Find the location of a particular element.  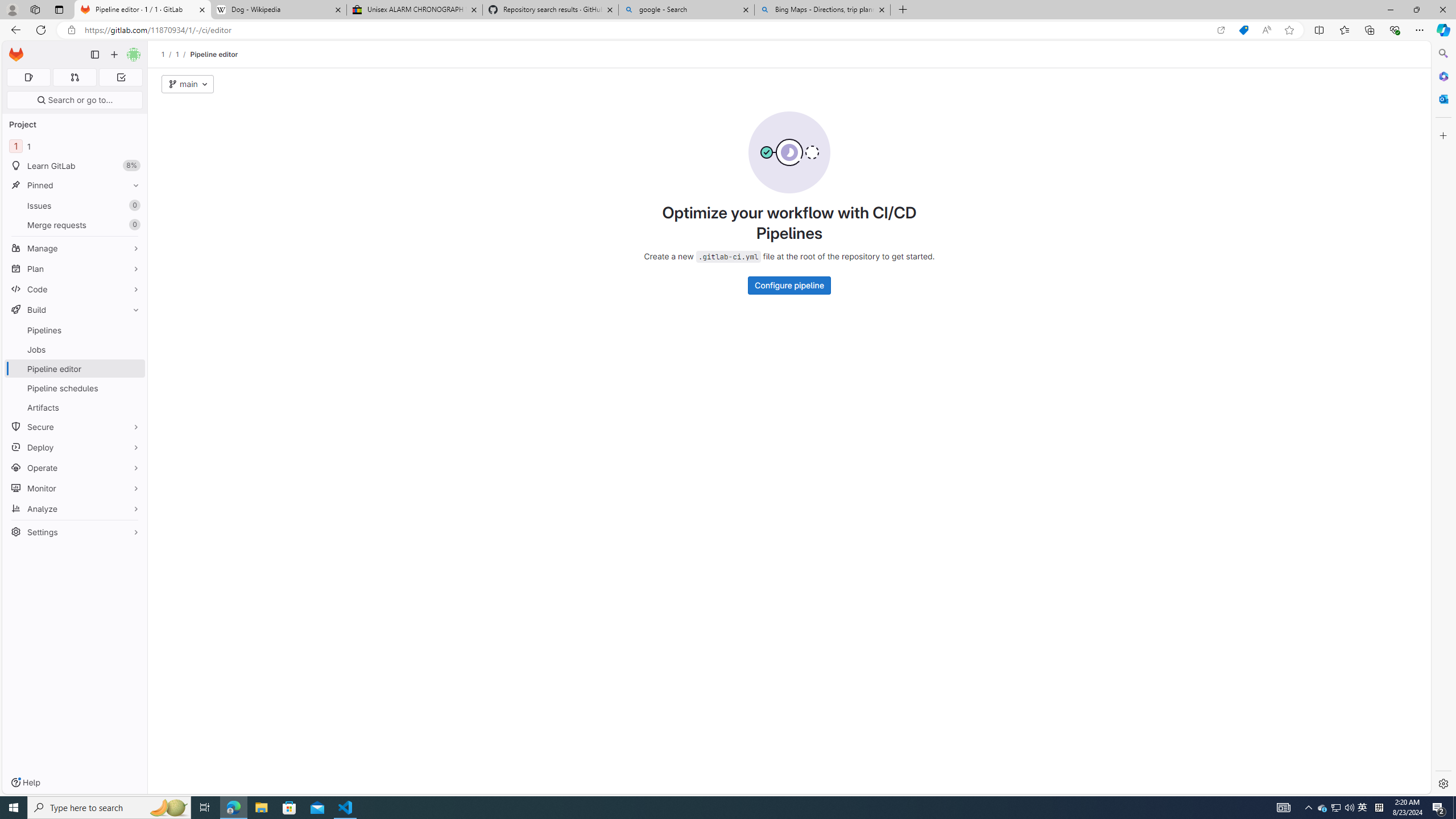

'Unpin Merge requests' is located at coordinates (133, 224).